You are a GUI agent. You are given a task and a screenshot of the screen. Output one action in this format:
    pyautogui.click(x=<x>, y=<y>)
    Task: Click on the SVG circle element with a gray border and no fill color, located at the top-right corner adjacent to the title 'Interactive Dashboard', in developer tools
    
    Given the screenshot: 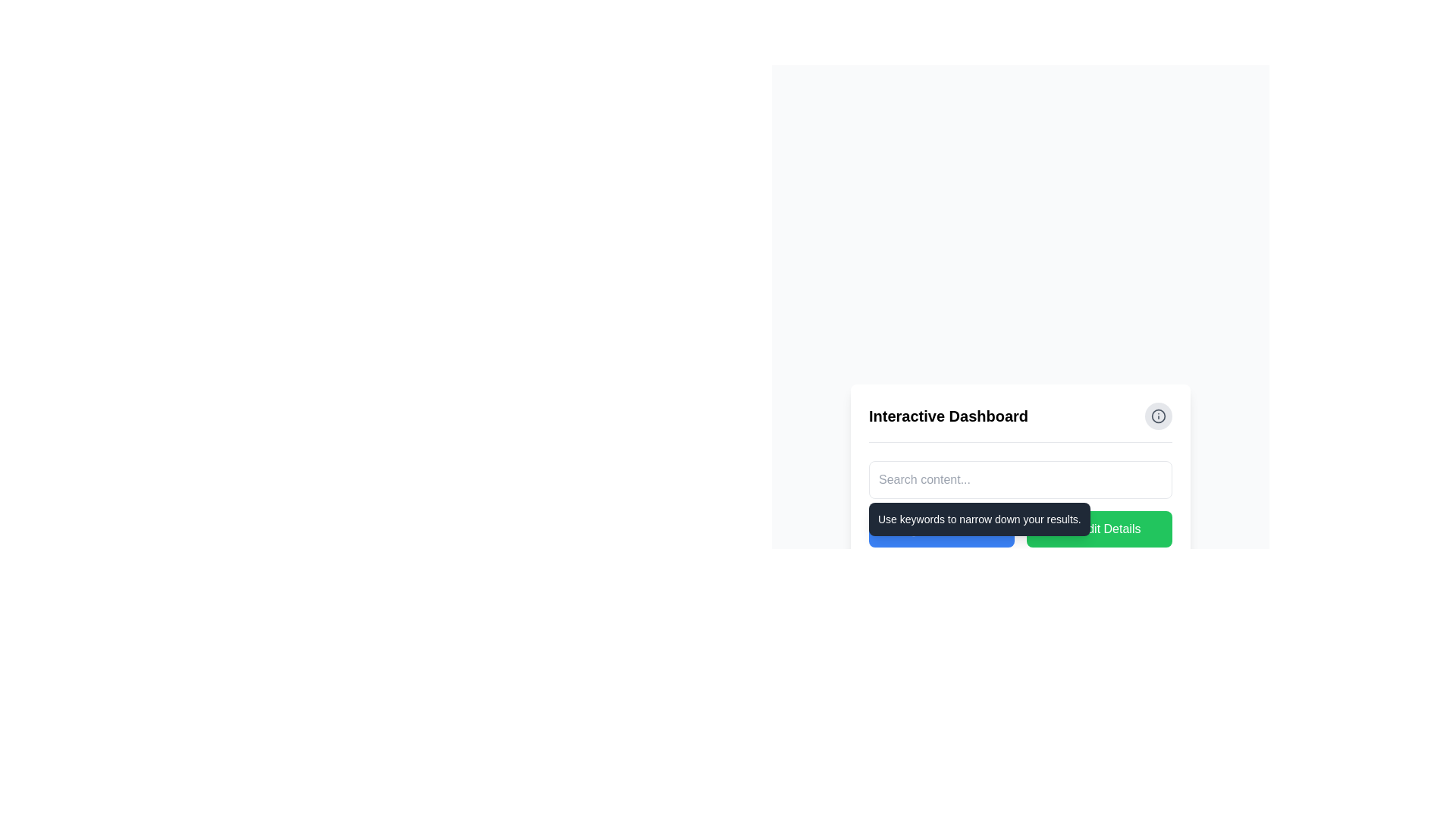 What is the action you would take?
    pyautogui.click(x=1157, y=415)
    